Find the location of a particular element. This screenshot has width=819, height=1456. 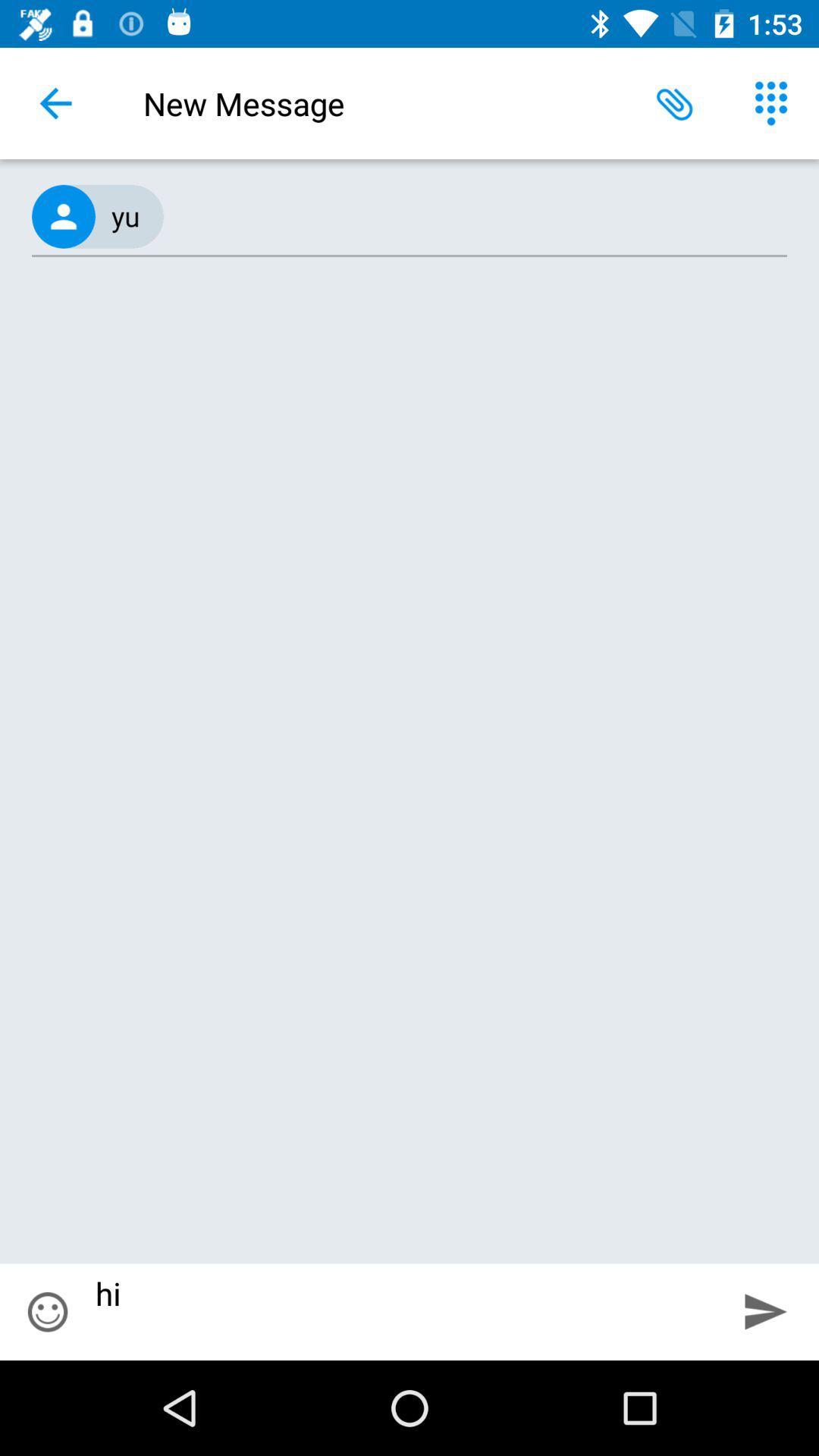

the item at the bottom right corner is located at coordinates (766, 1310).